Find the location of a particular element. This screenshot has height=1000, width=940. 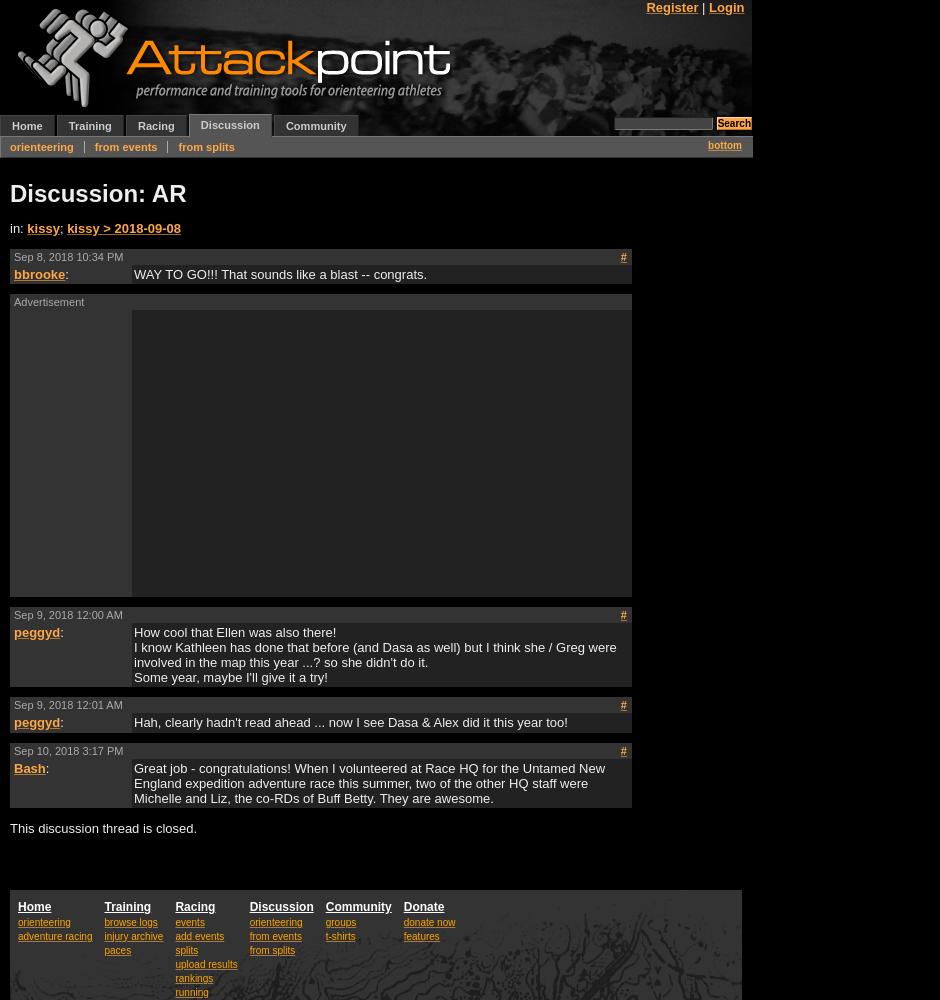

'in:' is located at coordinates (18, 226).